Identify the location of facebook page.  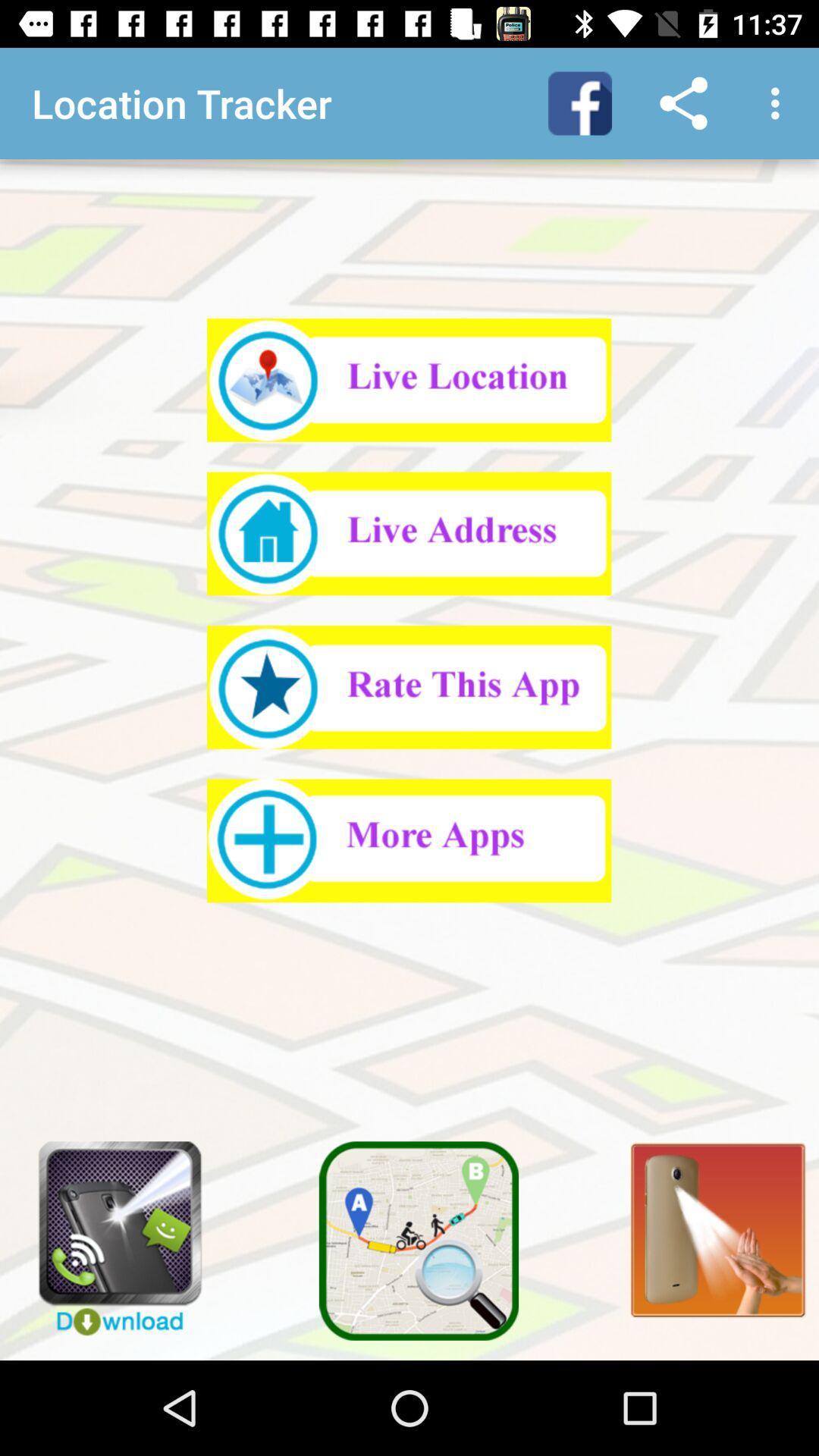
(579, 102).